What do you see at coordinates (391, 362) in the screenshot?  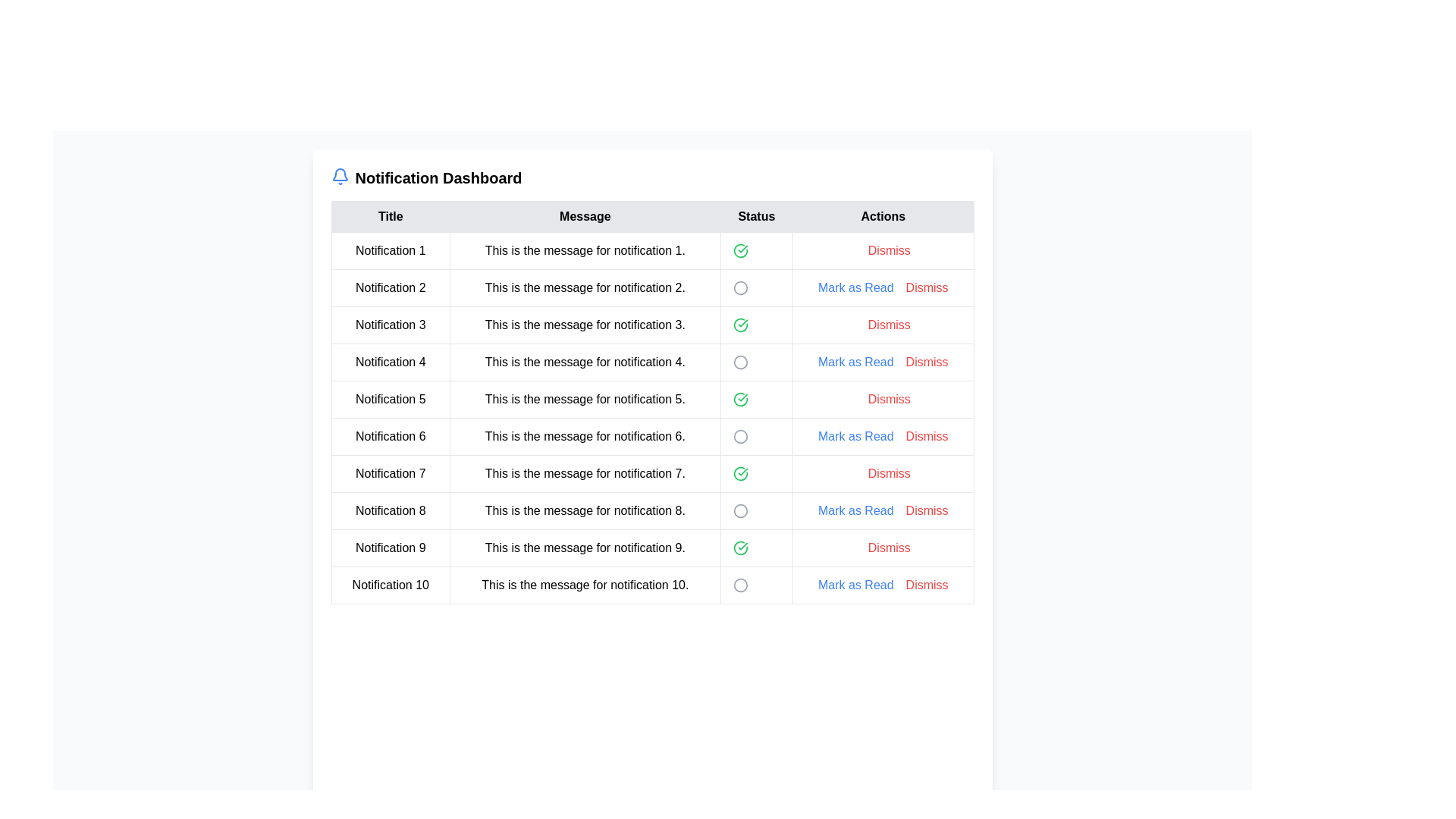 I see `the text label displaying 'Notification 4' located in the fourth row of the table under the 'Title' column` at bounding box center [391, 362].